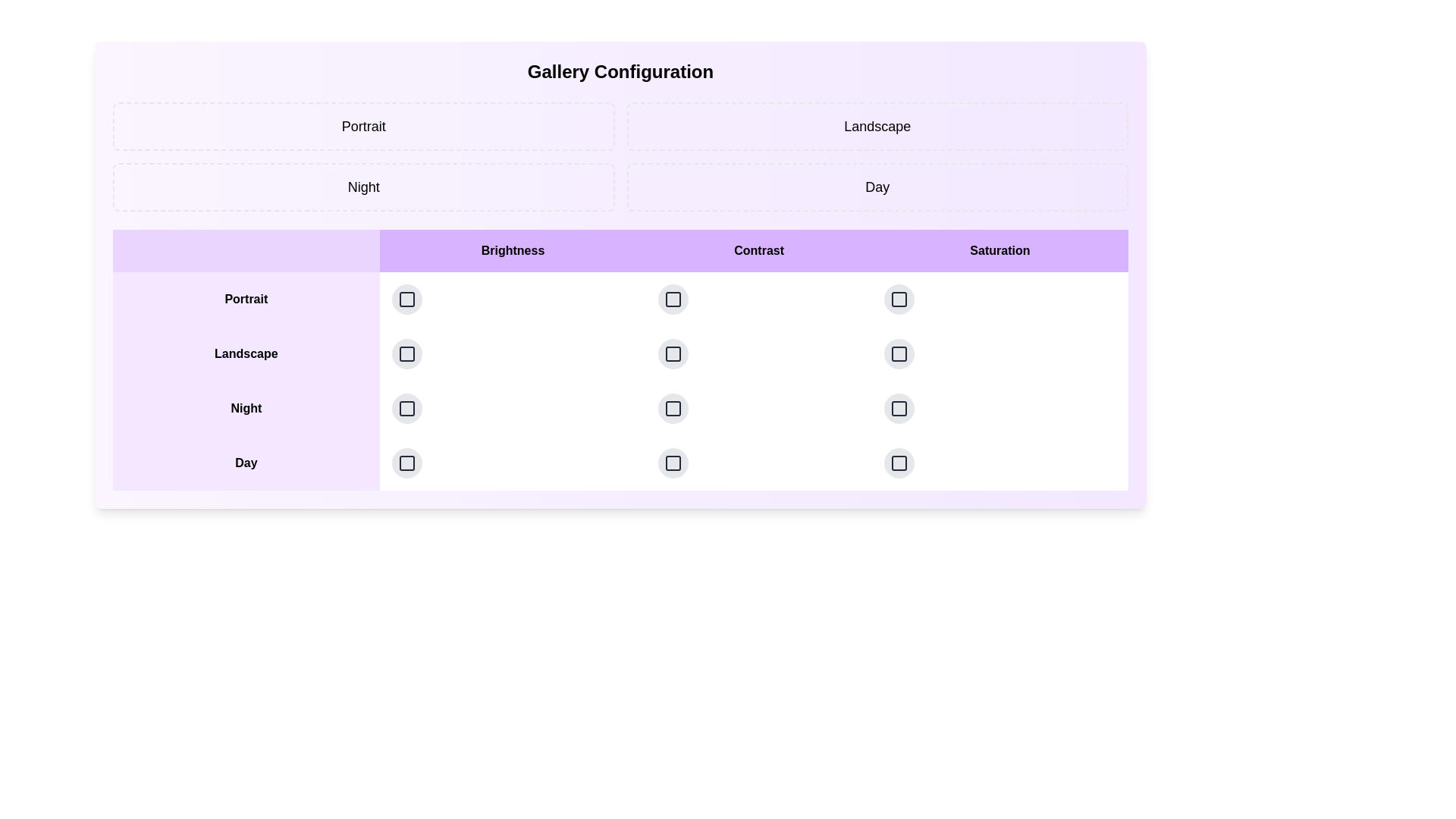 This screenshot has height=819, width=1456. What do you see at coordinates (406, 408) in the screenshot?
I see `the checkbox styled with a thin black outline and a light gray background located under the 'Brightness' category in the third row next to the 'Night' label` at bounding box center [406, 408].